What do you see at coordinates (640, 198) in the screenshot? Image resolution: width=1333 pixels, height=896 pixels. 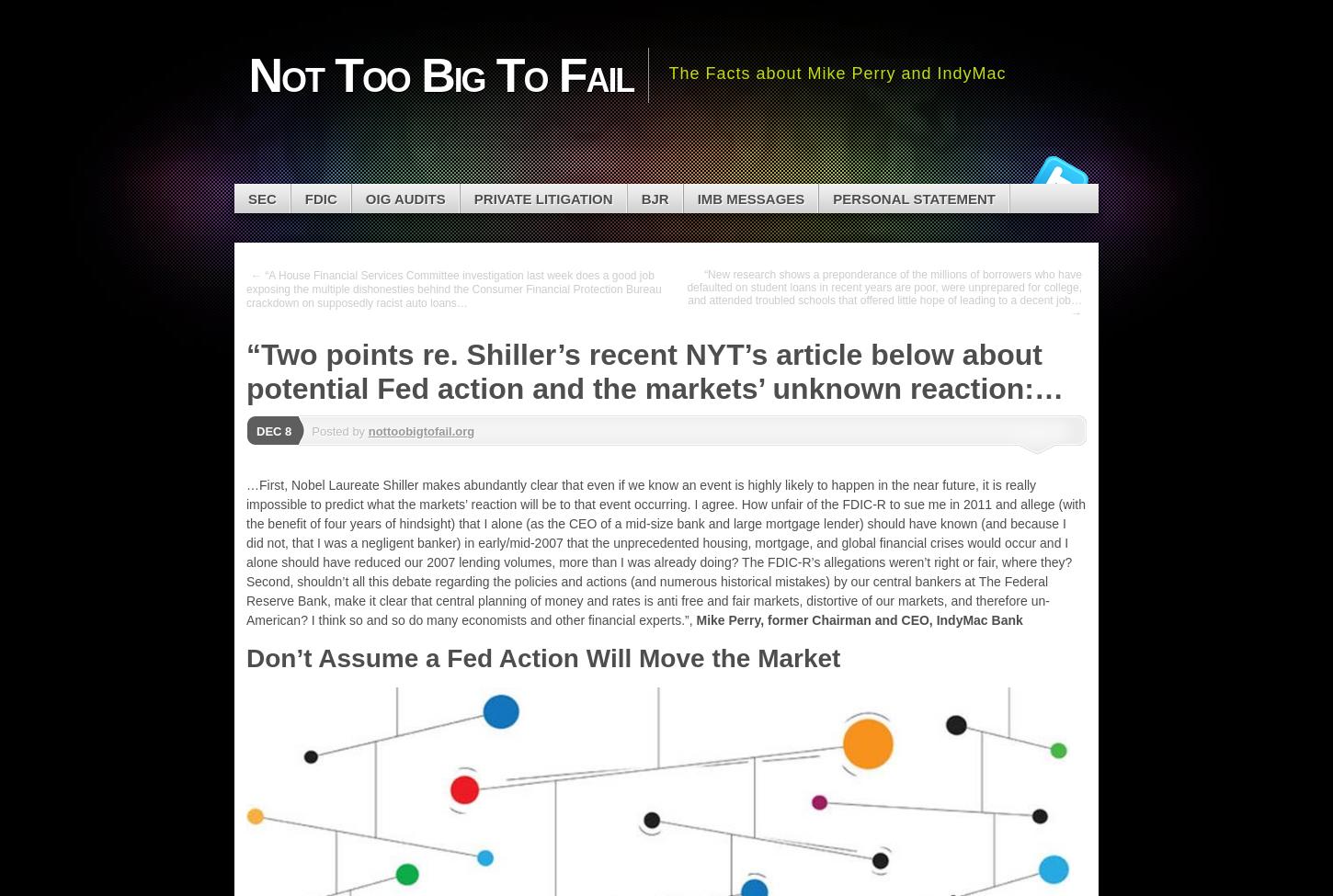 I see `'BJR'` at bounding box center [640, 198].